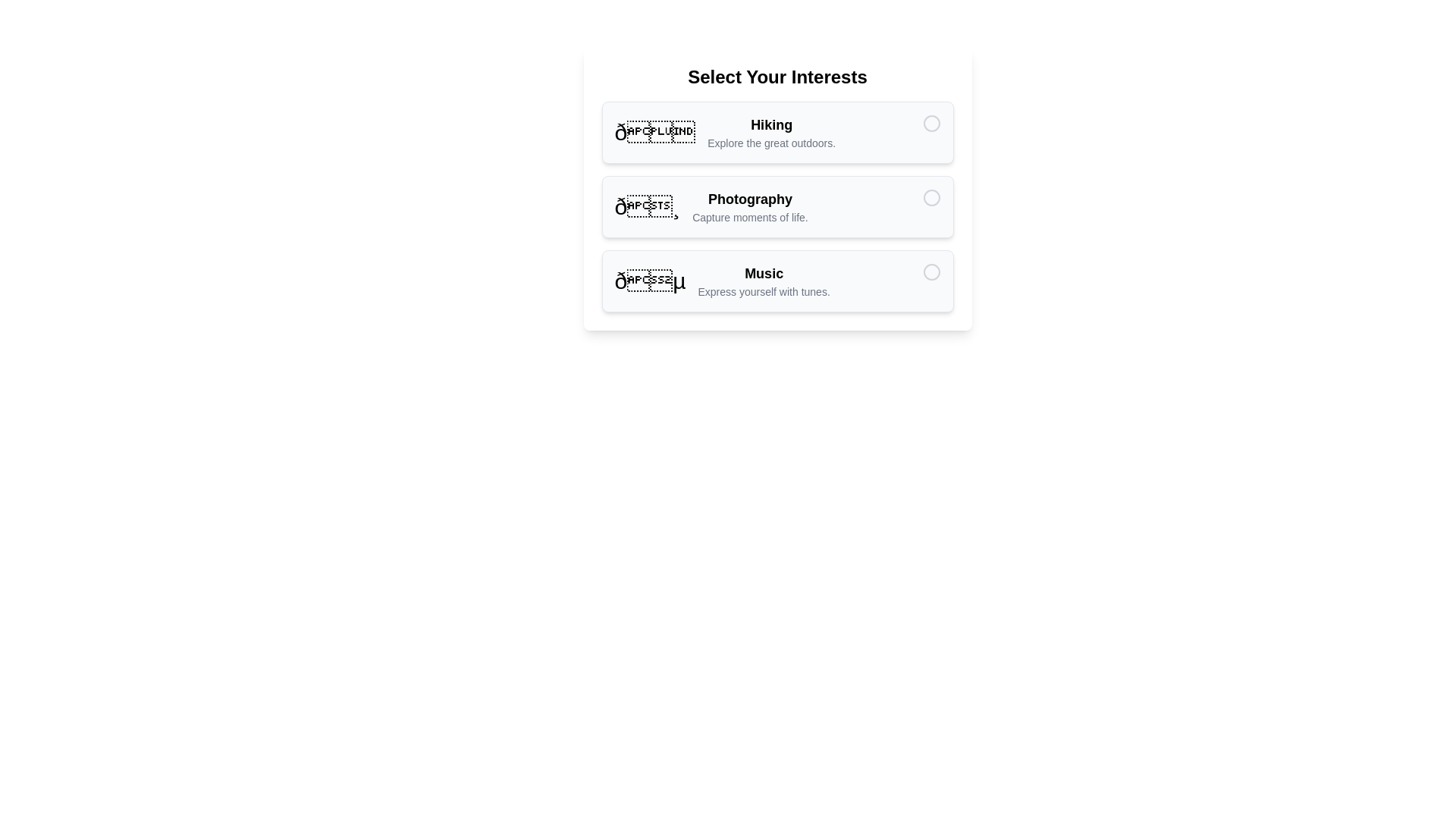 The image size is (1456, 819). I want to click on the item labeled Photography, so click(777, 207).